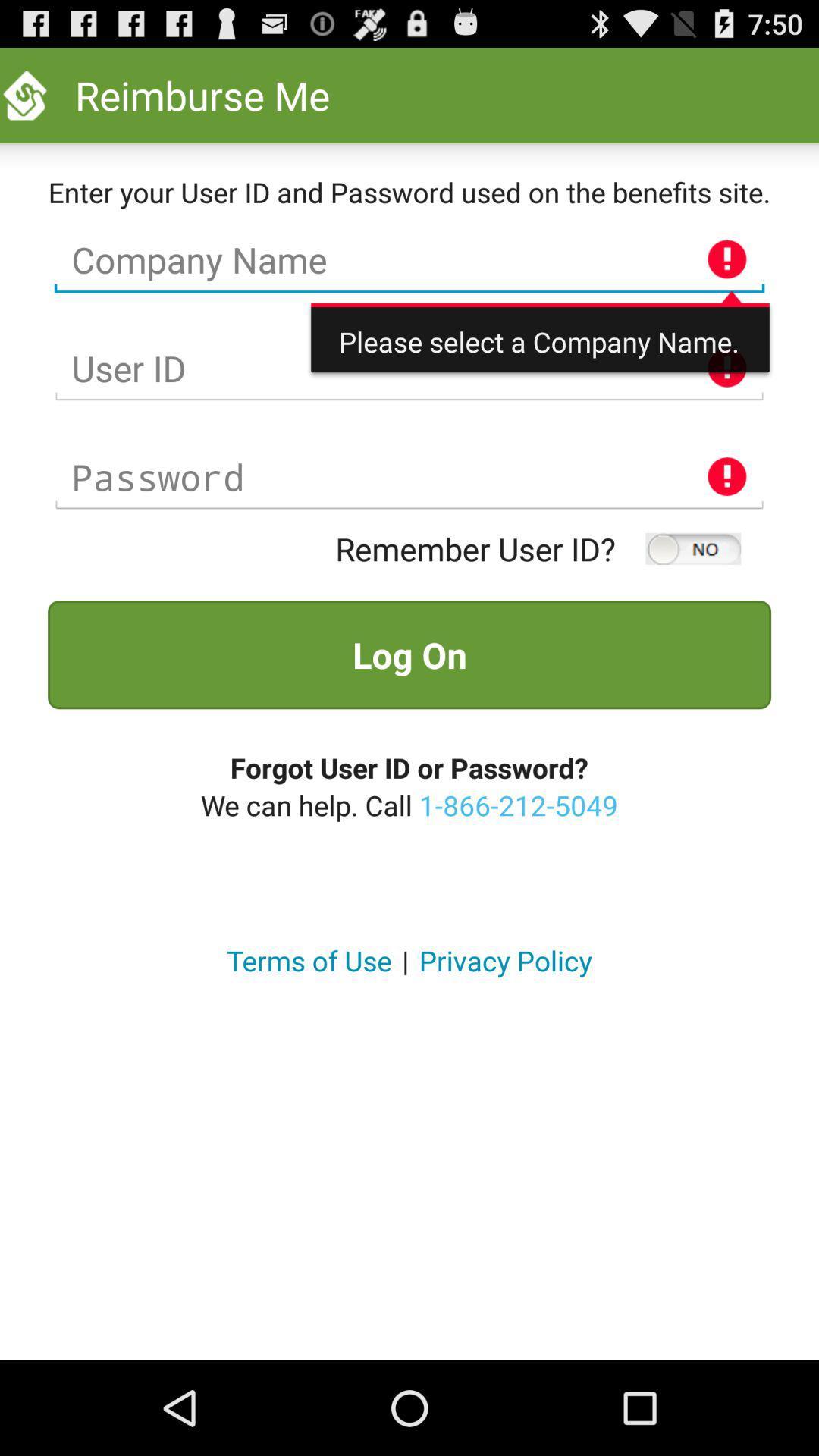 The width and height of the screenshot is (819, 1456). Describe the element at coordinates (409, 369) in the screenshot. I see `the user id` at that location.